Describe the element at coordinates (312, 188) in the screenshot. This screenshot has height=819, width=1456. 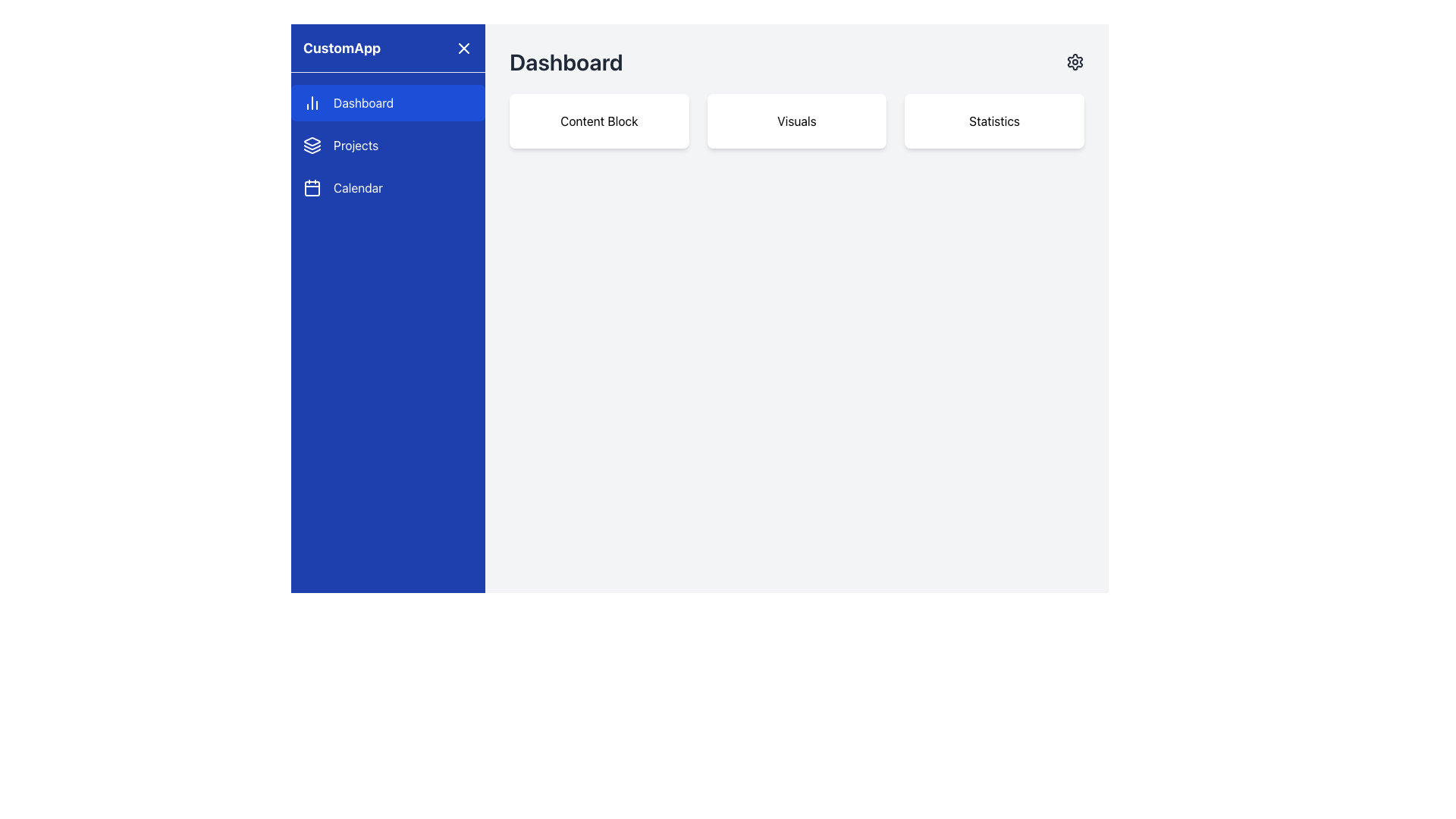
I see `the calendar icon in the left sidebar menu` at that location.